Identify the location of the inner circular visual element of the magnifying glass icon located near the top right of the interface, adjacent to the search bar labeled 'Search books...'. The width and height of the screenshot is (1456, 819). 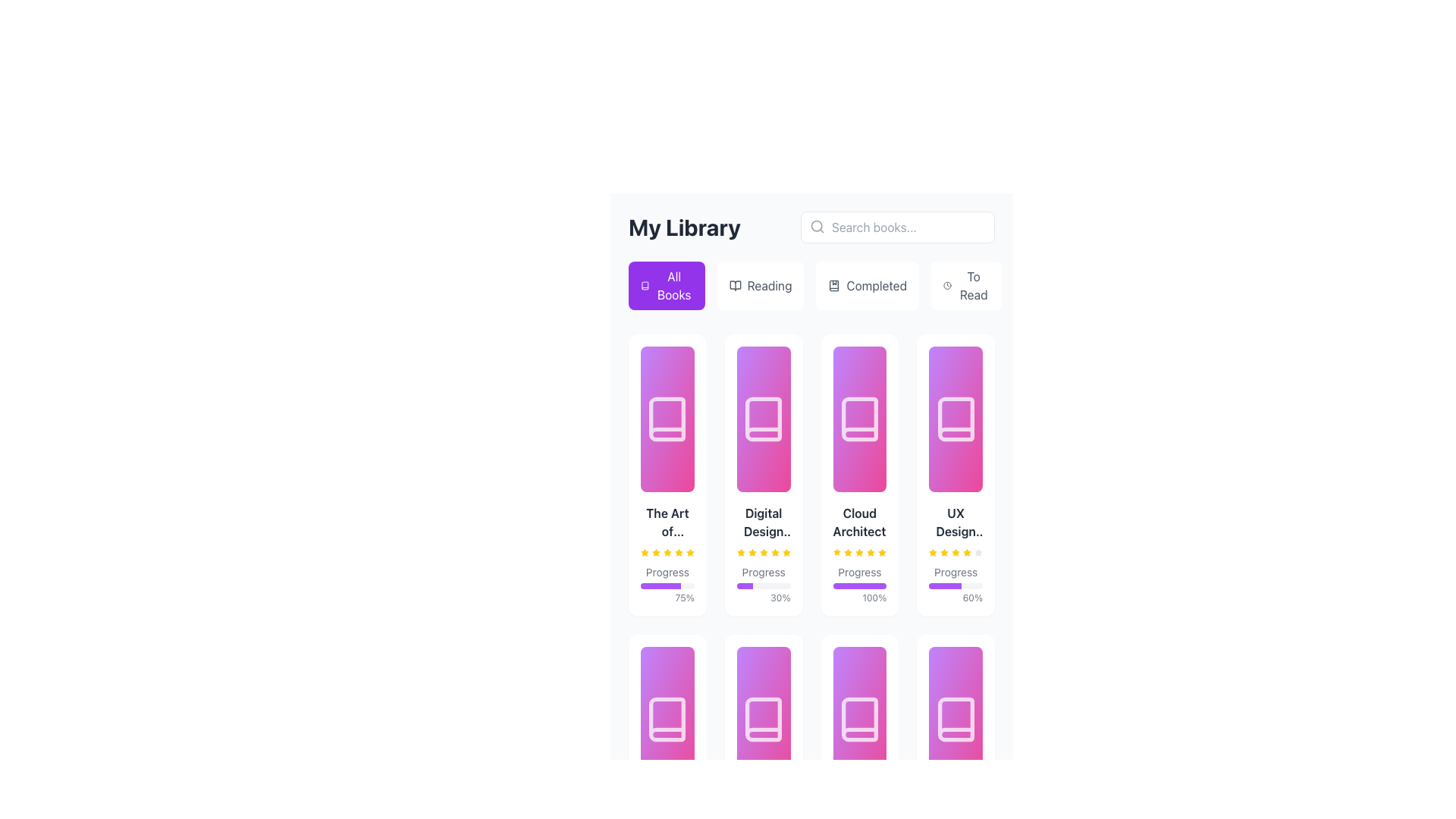
(816, 226).